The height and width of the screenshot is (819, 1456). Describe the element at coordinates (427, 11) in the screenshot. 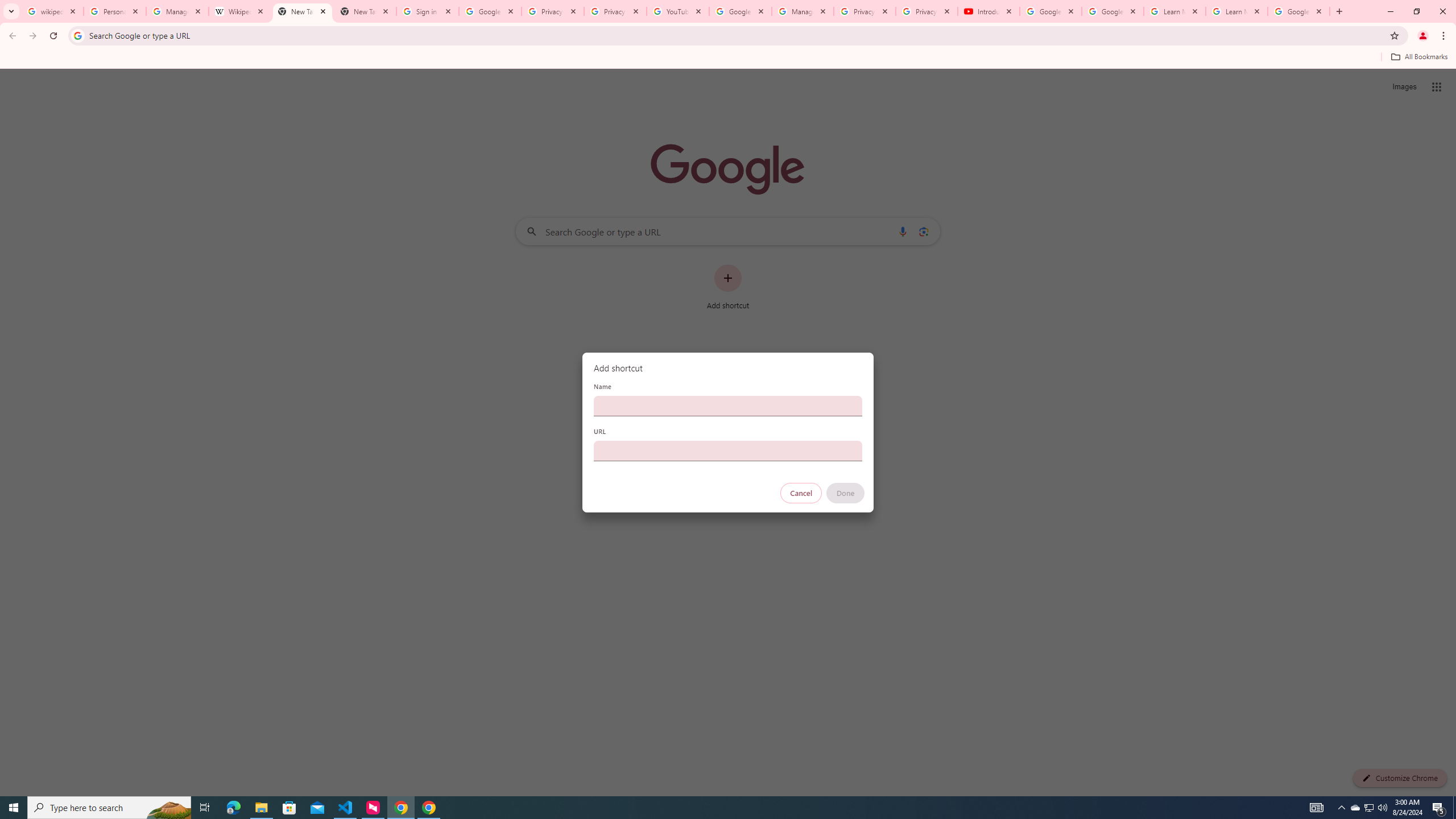

I see `'Sign in - Google Accounts'` at that location.